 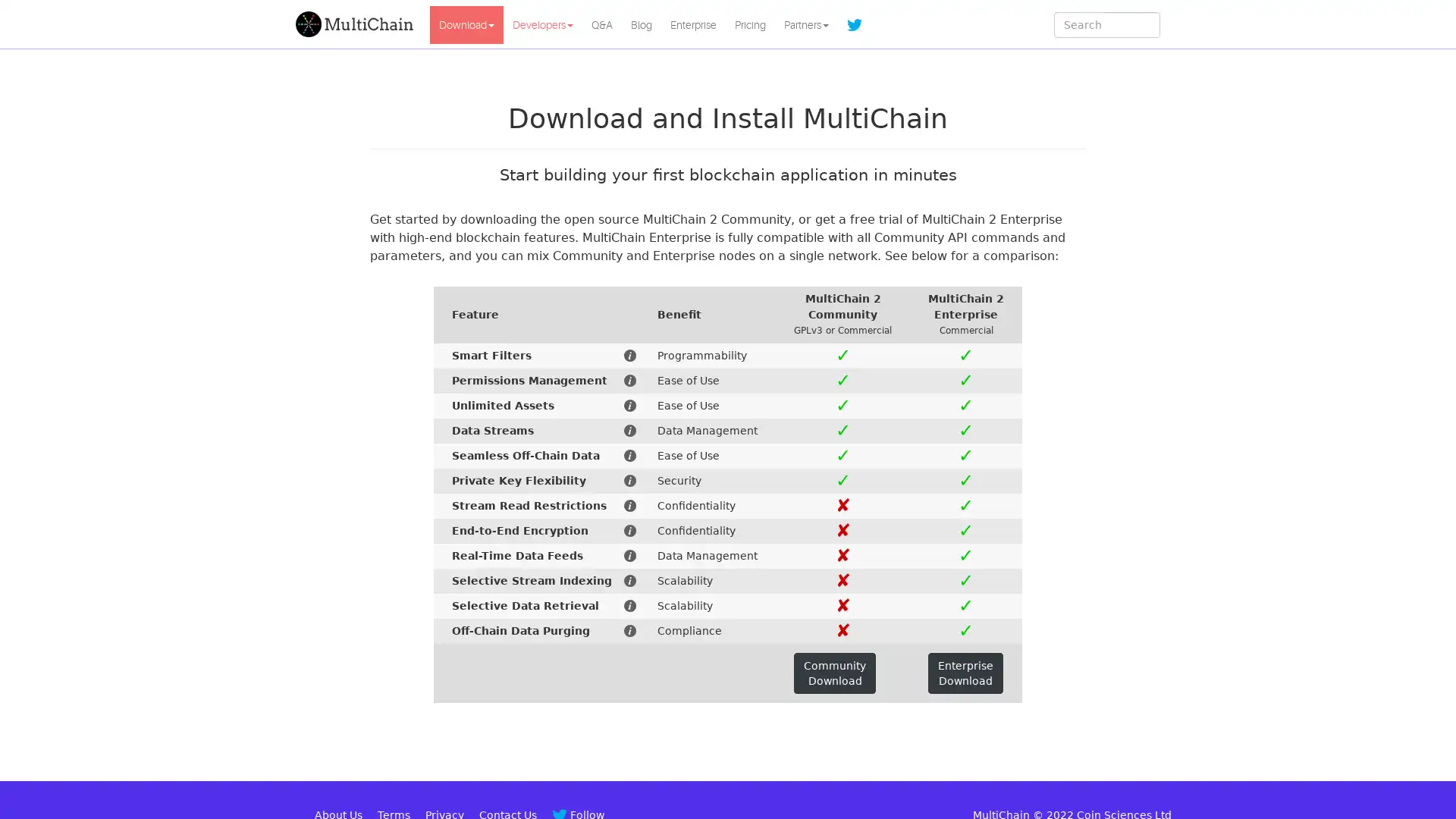 I want to click on Enterprise Download, so click(x=965, y=672).